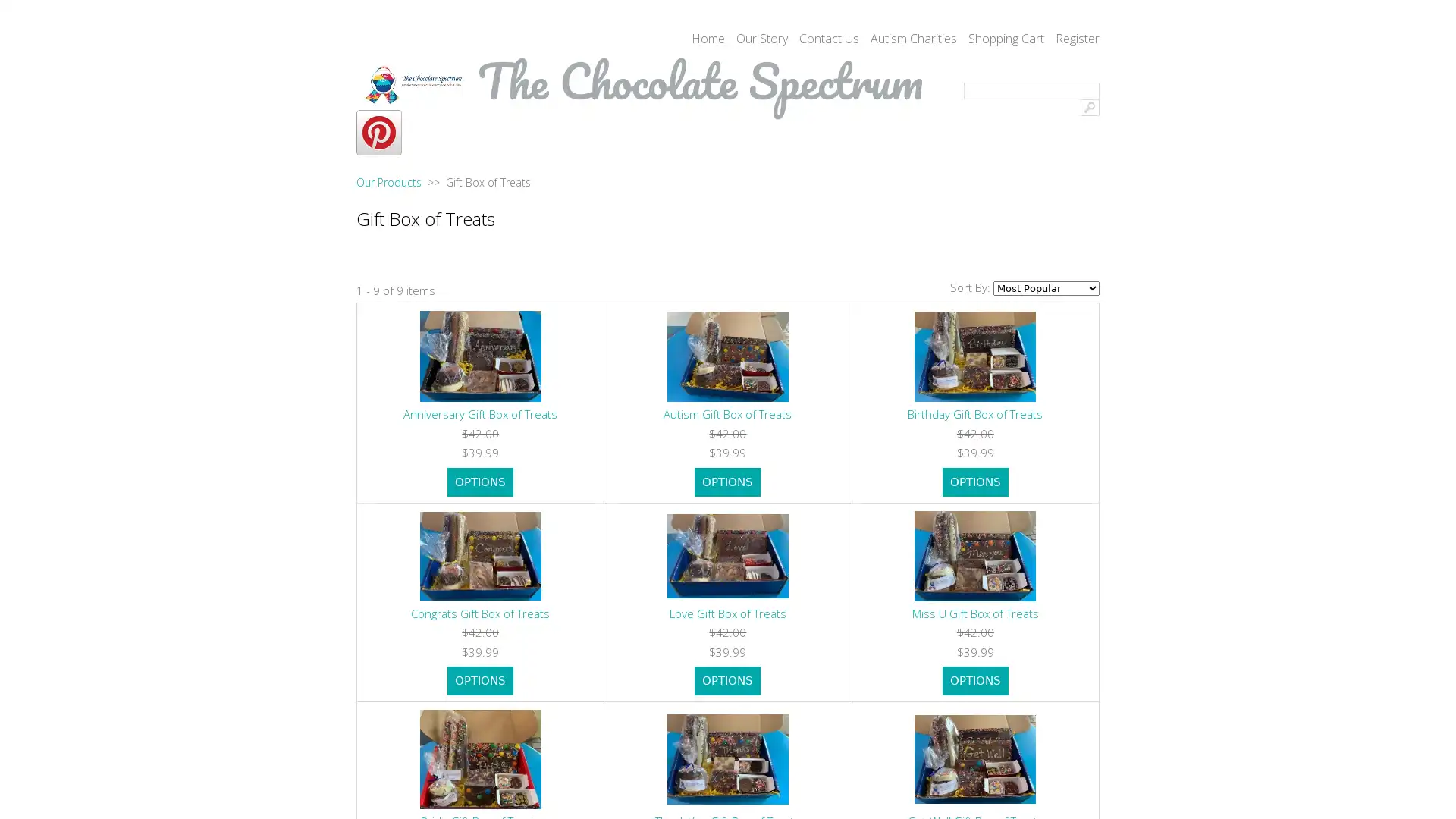 The image size is (1456, 819). What do you see at coordinates (726, 680) in the screenshot?
I see `Options` at bounding box center [726, 680].